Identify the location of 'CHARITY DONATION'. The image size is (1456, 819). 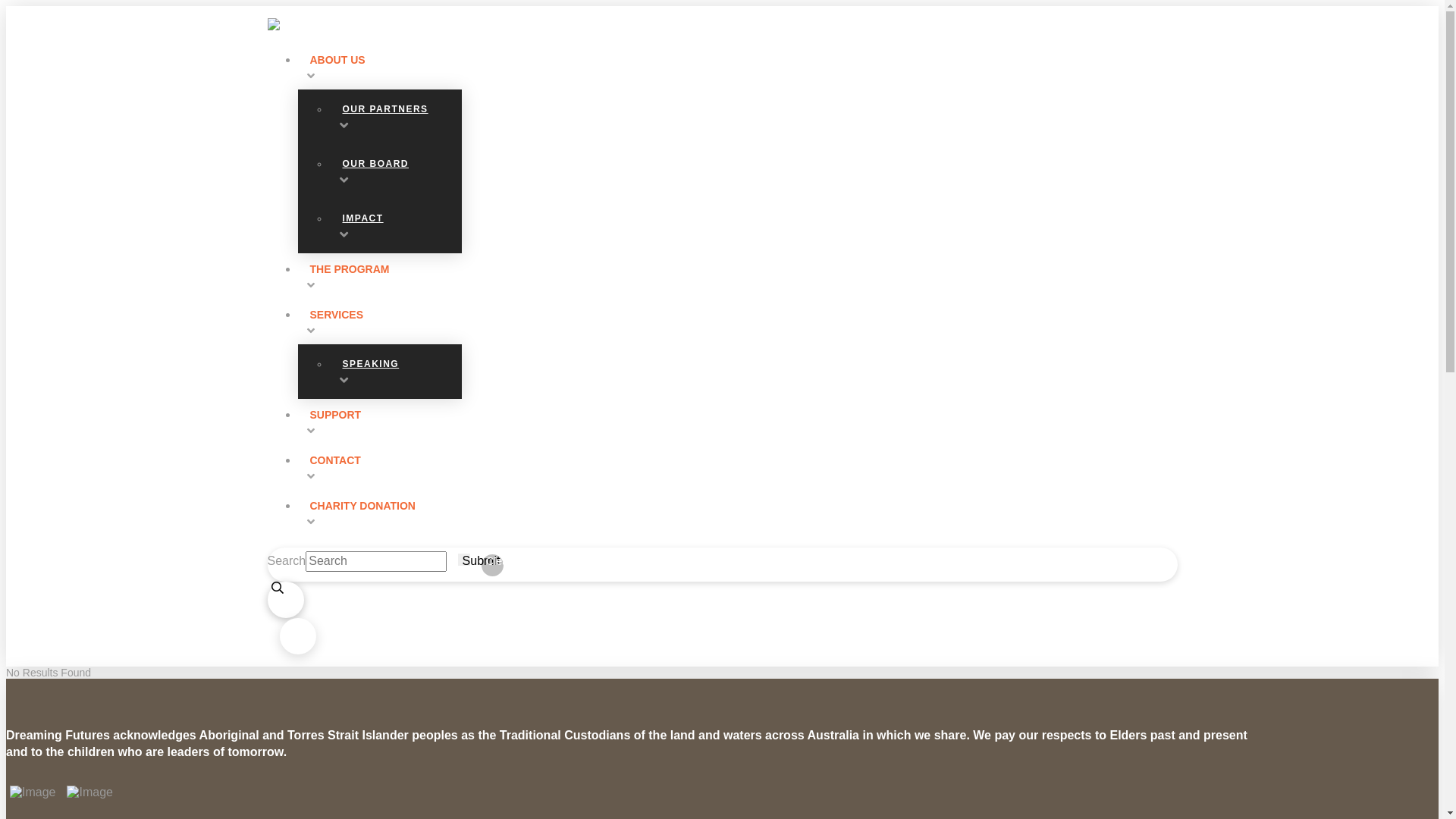
(297, 512).